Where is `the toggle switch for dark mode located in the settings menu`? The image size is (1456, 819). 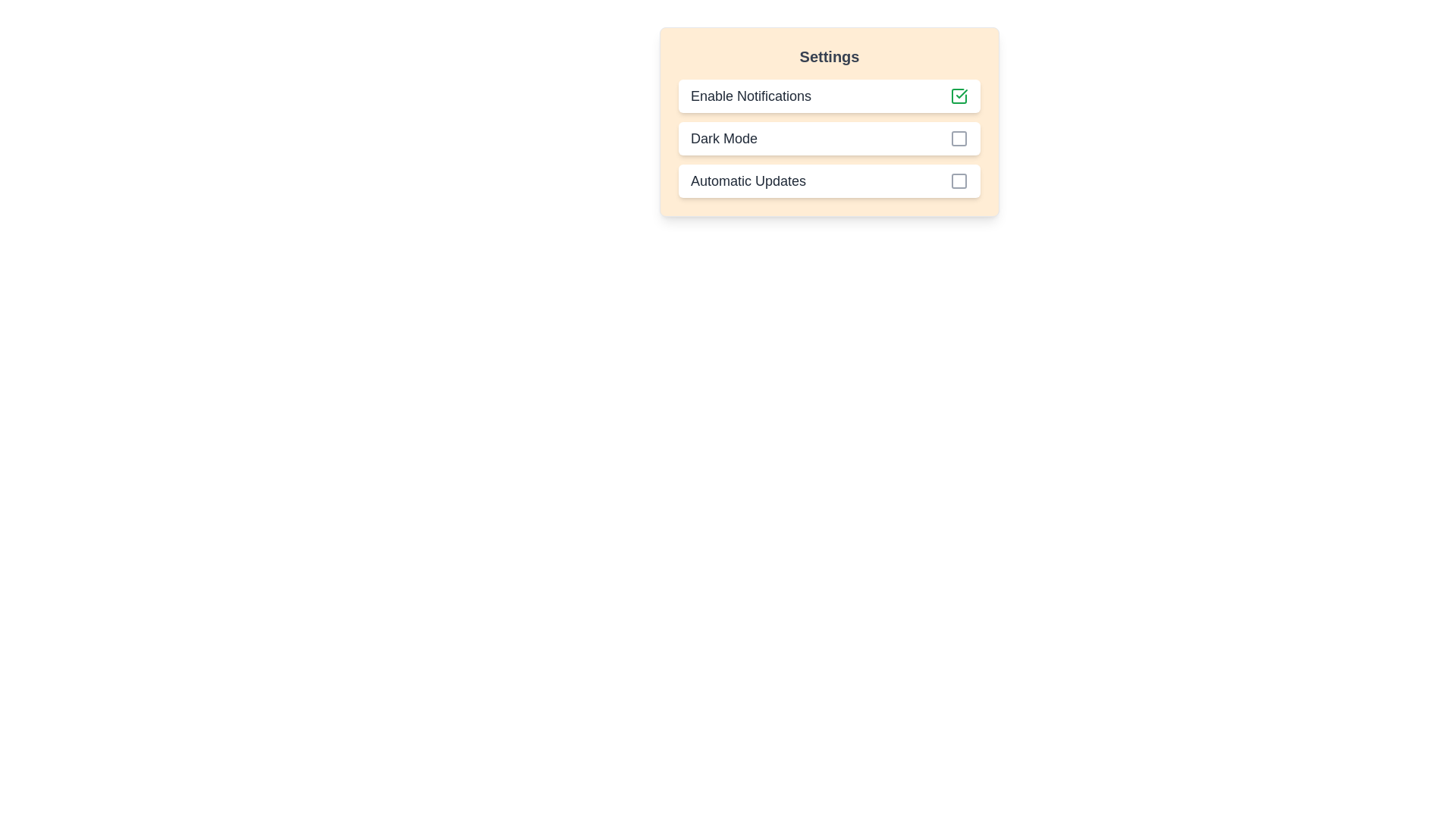 the toggle switch for dark mode located in the settings menu is located at coordinates (829, 138).